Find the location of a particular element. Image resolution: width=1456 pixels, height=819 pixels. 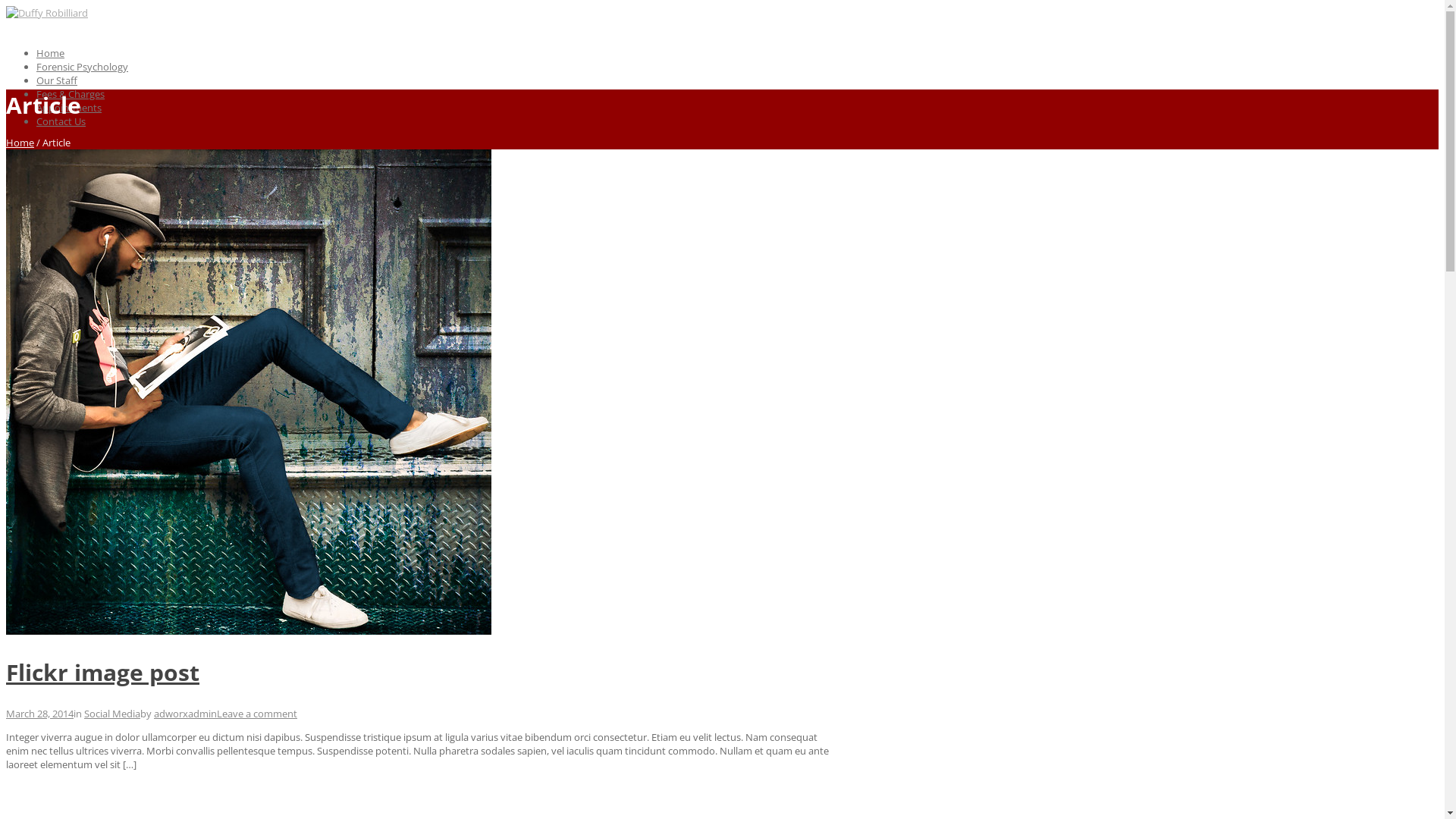

'Contact Us' is located at coordinates (61, 120).